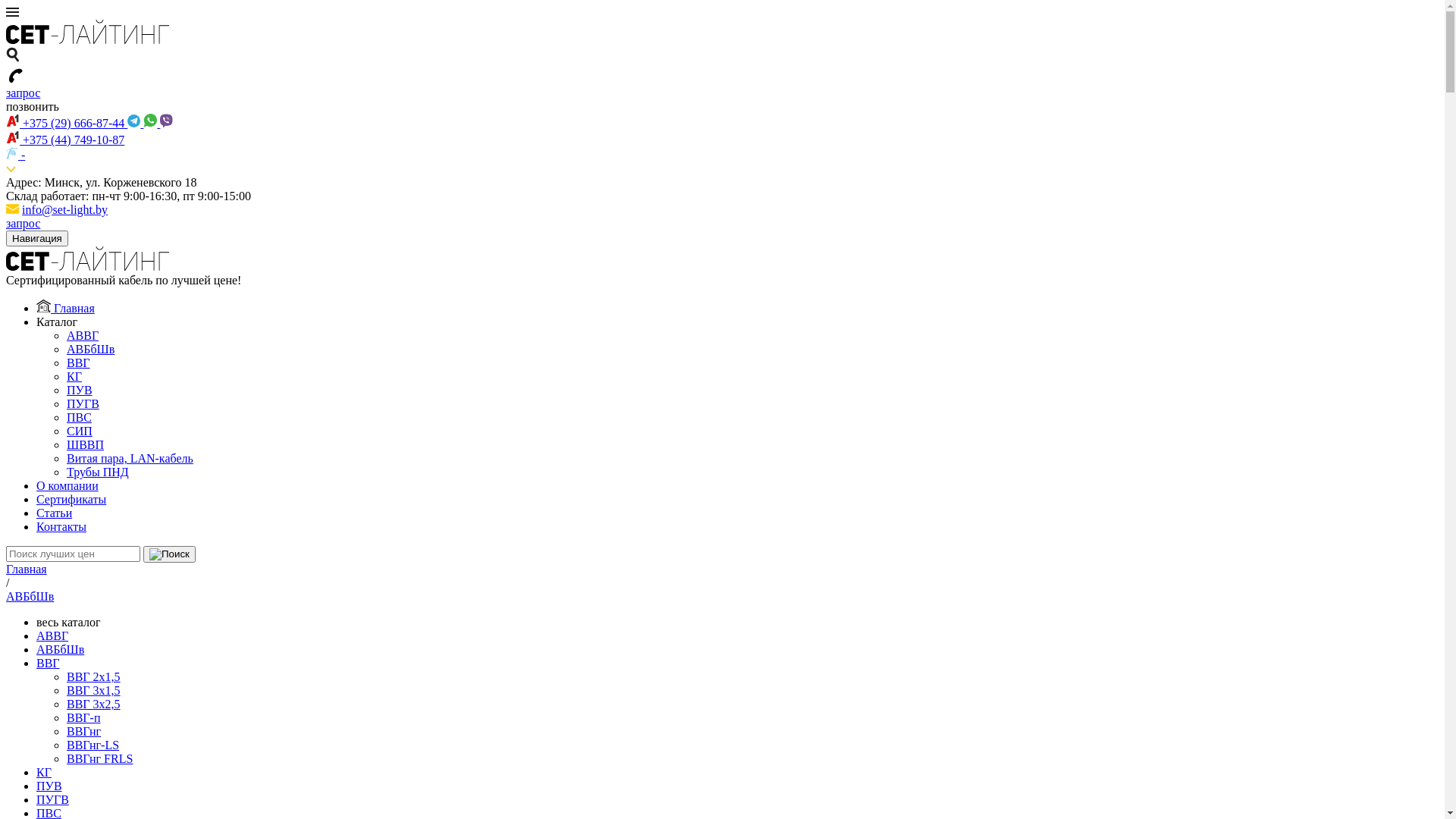 The height and width of the screenshot is (819, 1456). What do you see at coordinates (64, 209) in the screenshot?
I see `'info@set-light.by'` at bounding box center [64, 209].